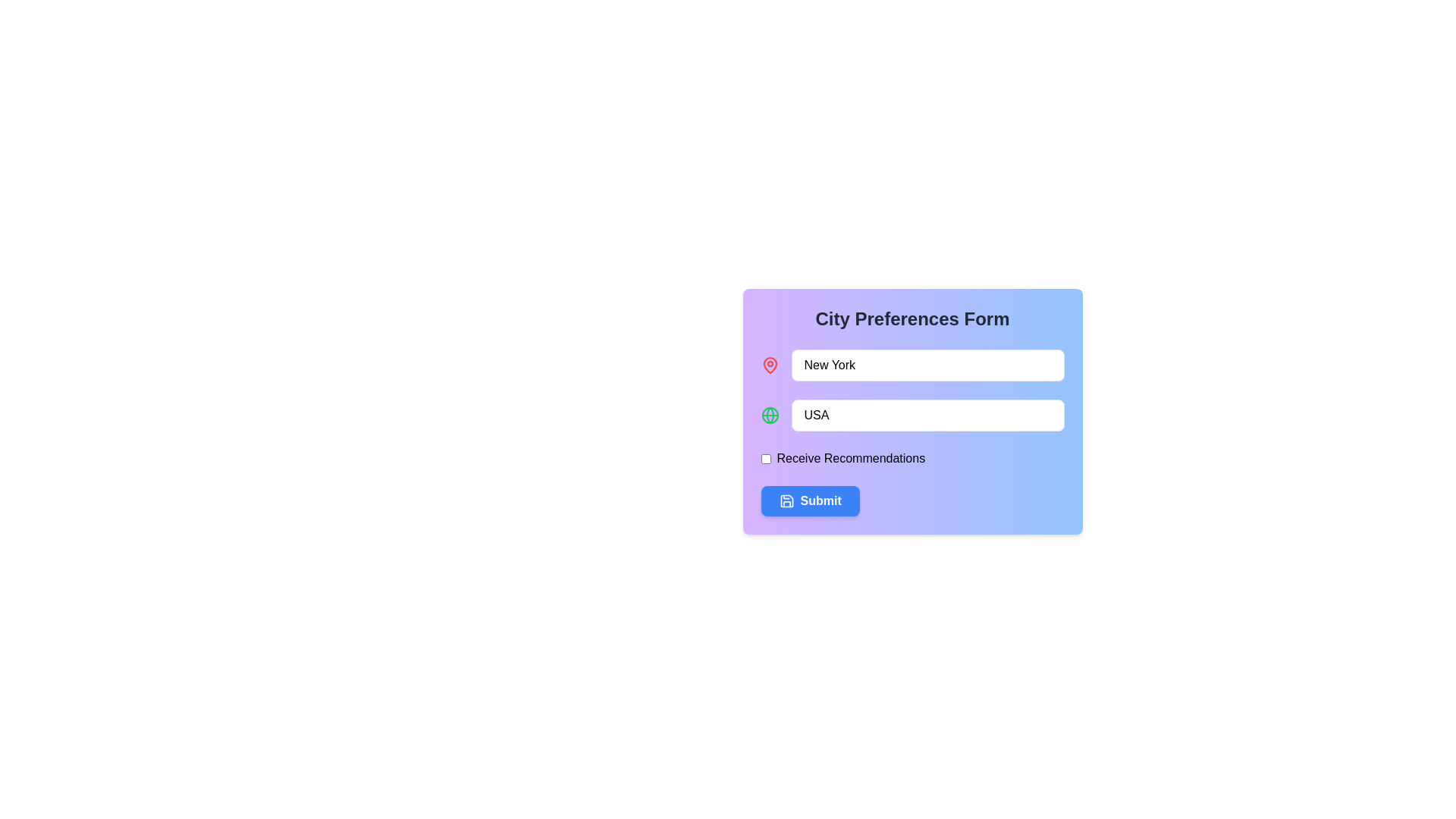 Image resolution: width=1456 pixels, height=819 pixels. Describe the element at coordinates (770, 415) in the screenshot. I see `the decorative icon located to the left of the text input field labeled 'USA'` at that location.